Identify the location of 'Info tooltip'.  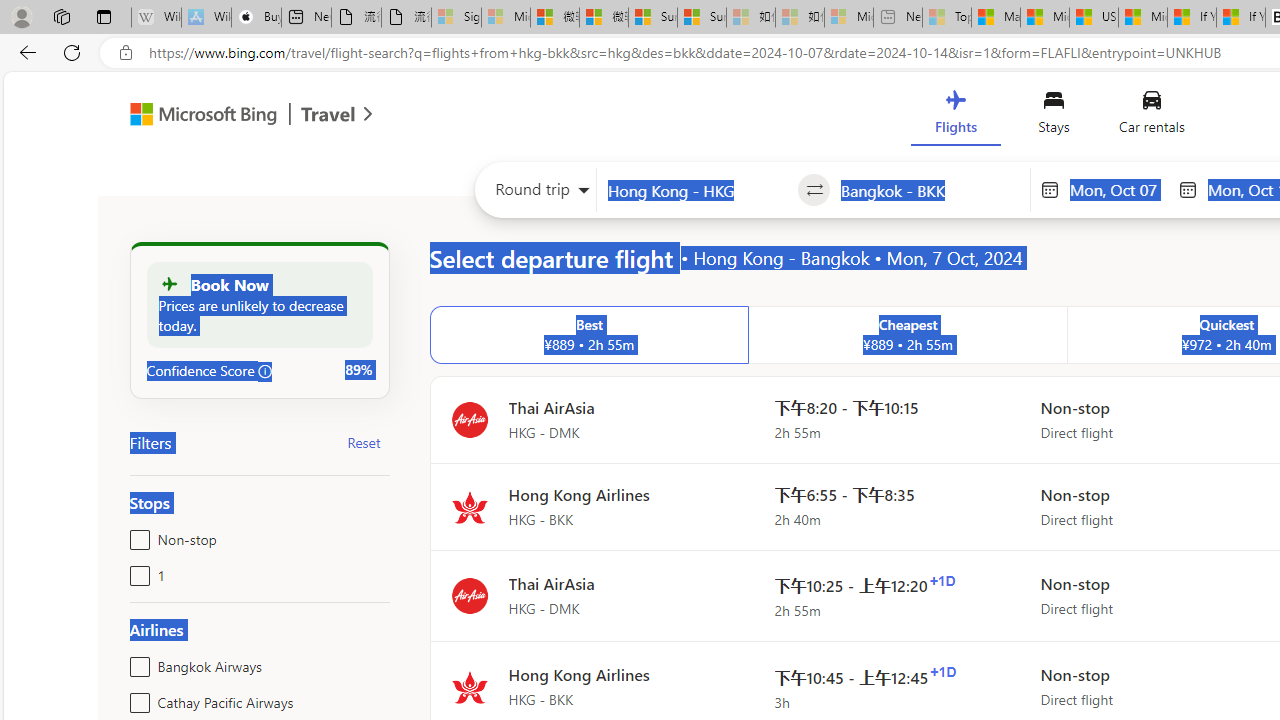
(264, 371).